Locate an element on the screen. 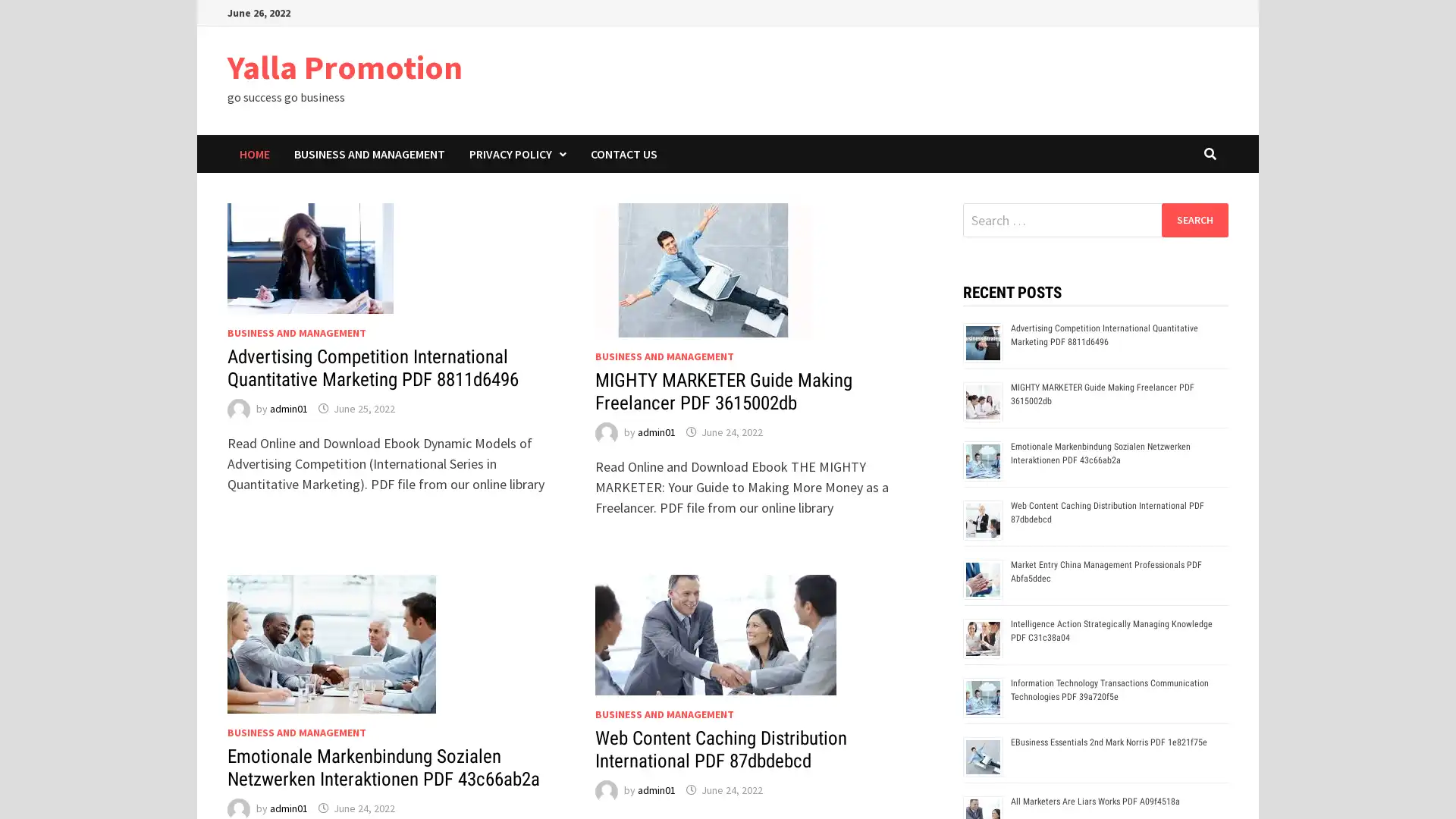 This screenshot has height=819, width=1456. Search is located at coordinates (1194, 219).